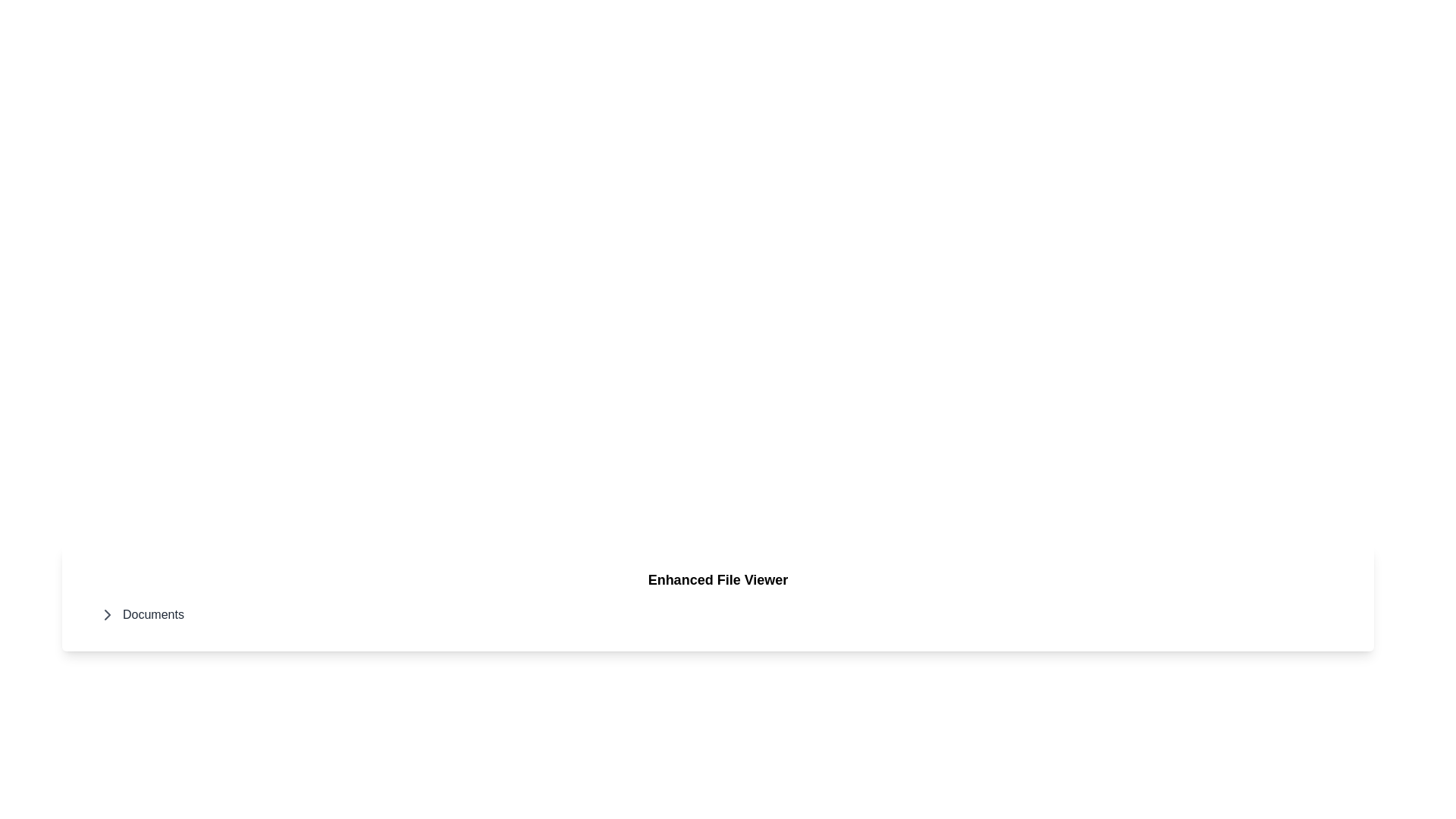 The width and height of the screenshot is (1456, 819). What do you see at coordinates (107, 614) in the screenshot?
I see `the arrow icon SVG element located in the bottom left region of the interface, adjacent to the text 'Documents'` at bounding box center [107, 614].